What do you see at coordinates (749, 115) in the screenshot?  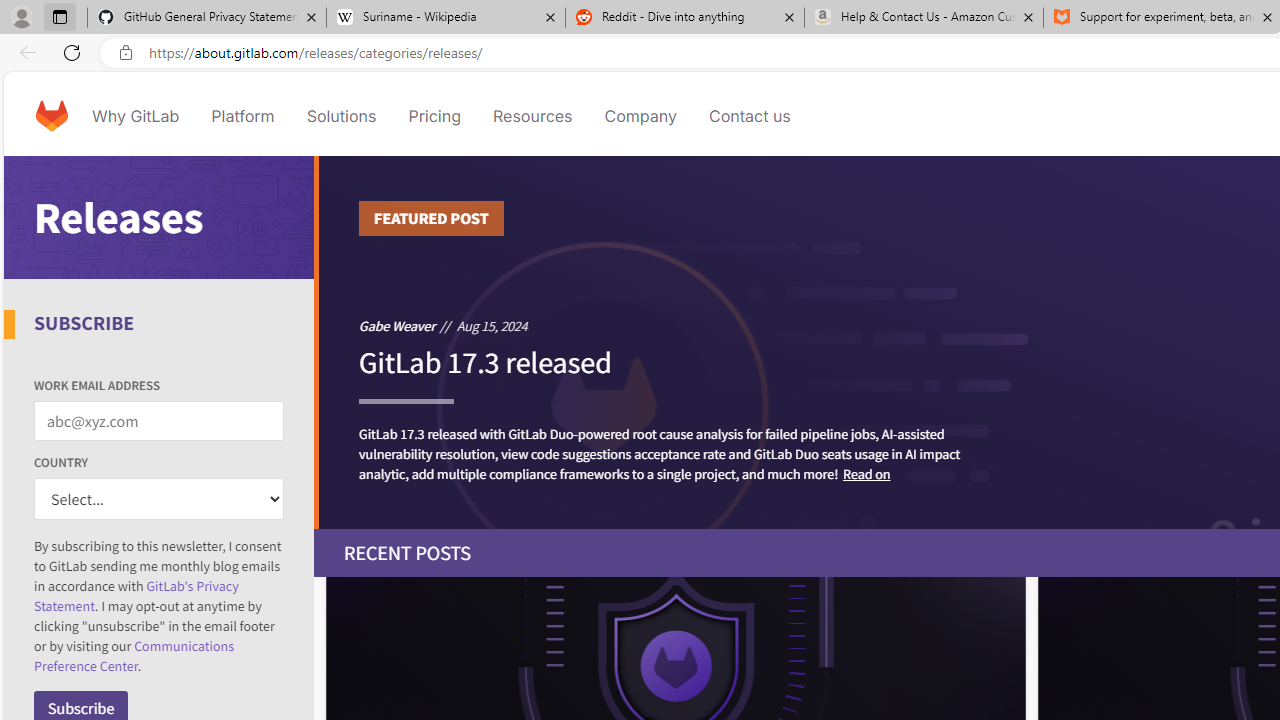 I see `'Contact us'` at bounding box center [749, 115].